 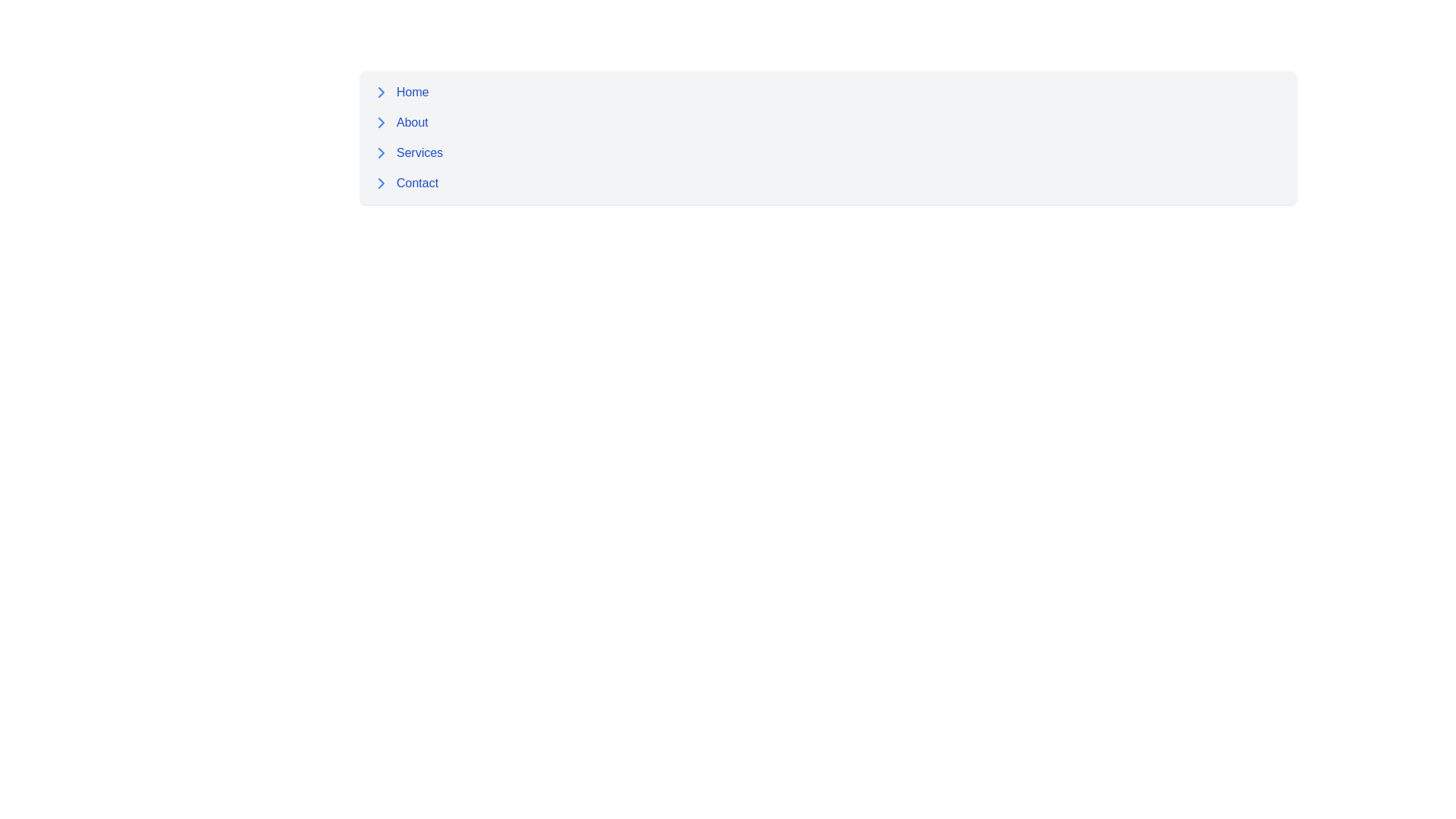 What do you see at coordinates (417, 183) in the screenshot?
I see `the 'Contact' hyperlink, which is the fourth item in a vertically arranged list of navigation links` at bounding box center [417, 183].